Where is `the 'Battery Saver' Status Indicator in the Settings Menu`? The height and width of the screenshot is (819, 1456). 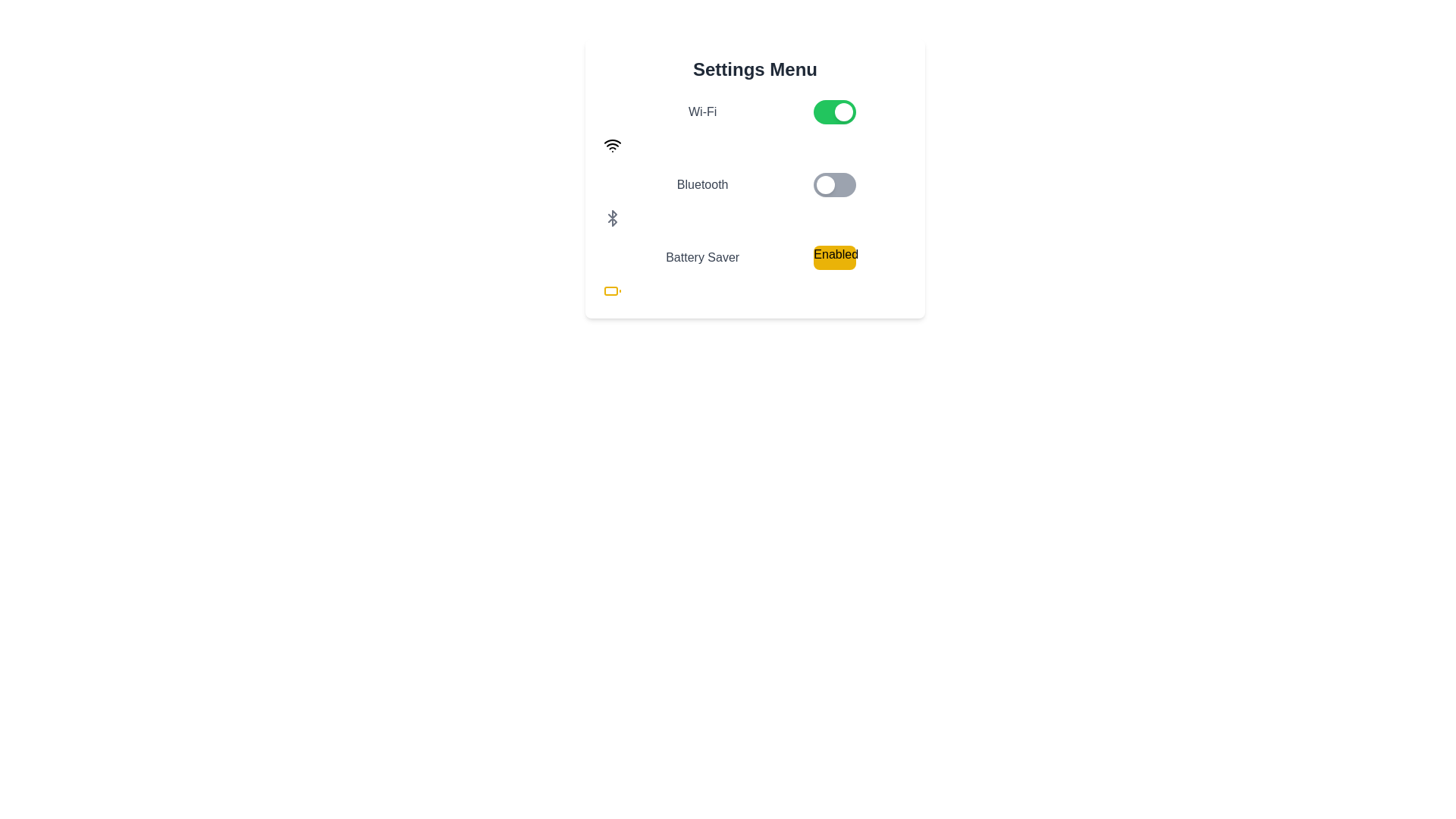
the 'Battery Saver' Status Indicator in the Settings Menu is located at coordinates (755, 271).